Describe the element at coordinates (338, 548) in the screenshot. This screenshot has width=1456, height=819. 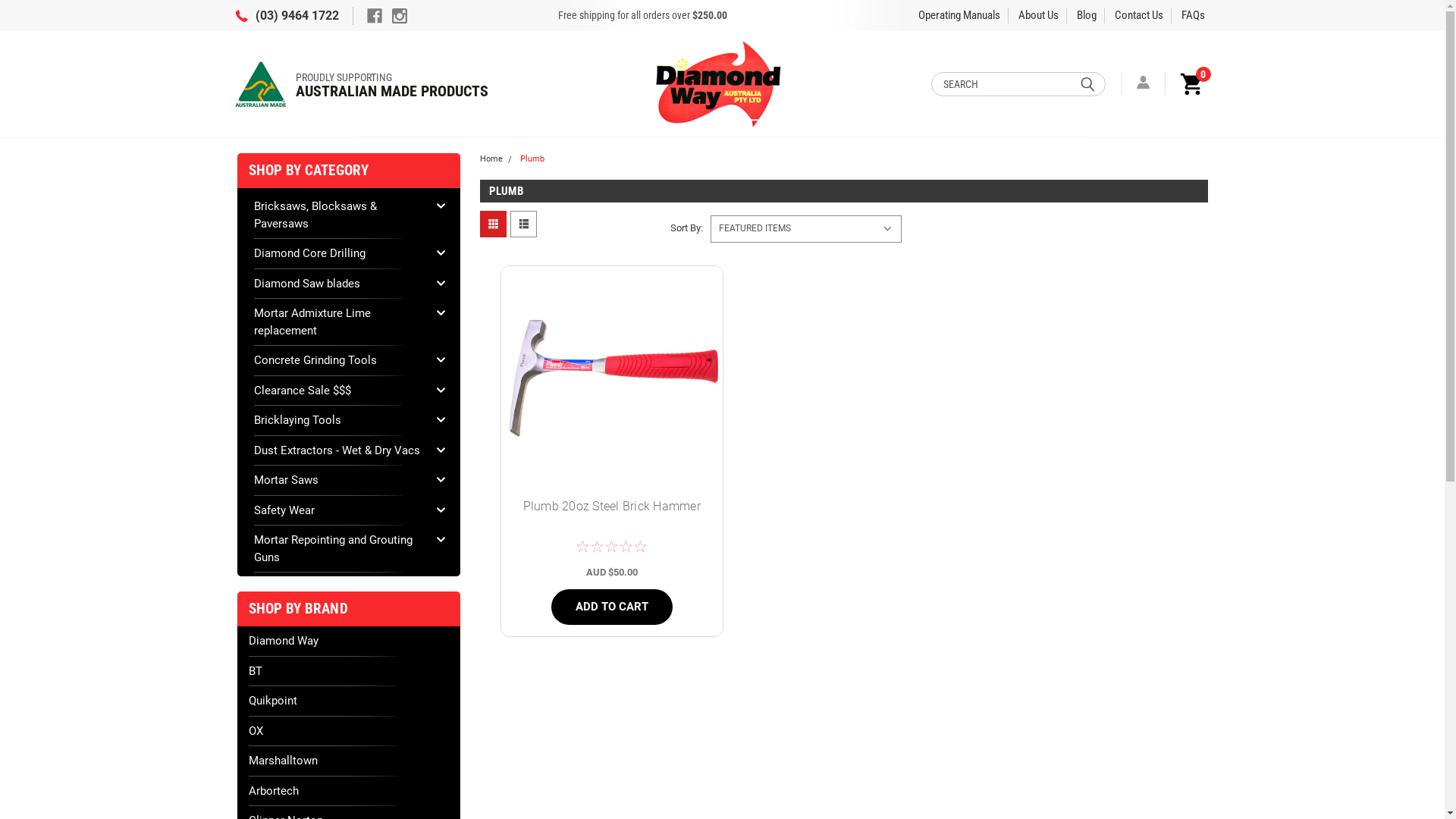
I see `'Mortar Repointing and Grouting Guns'` at that location.